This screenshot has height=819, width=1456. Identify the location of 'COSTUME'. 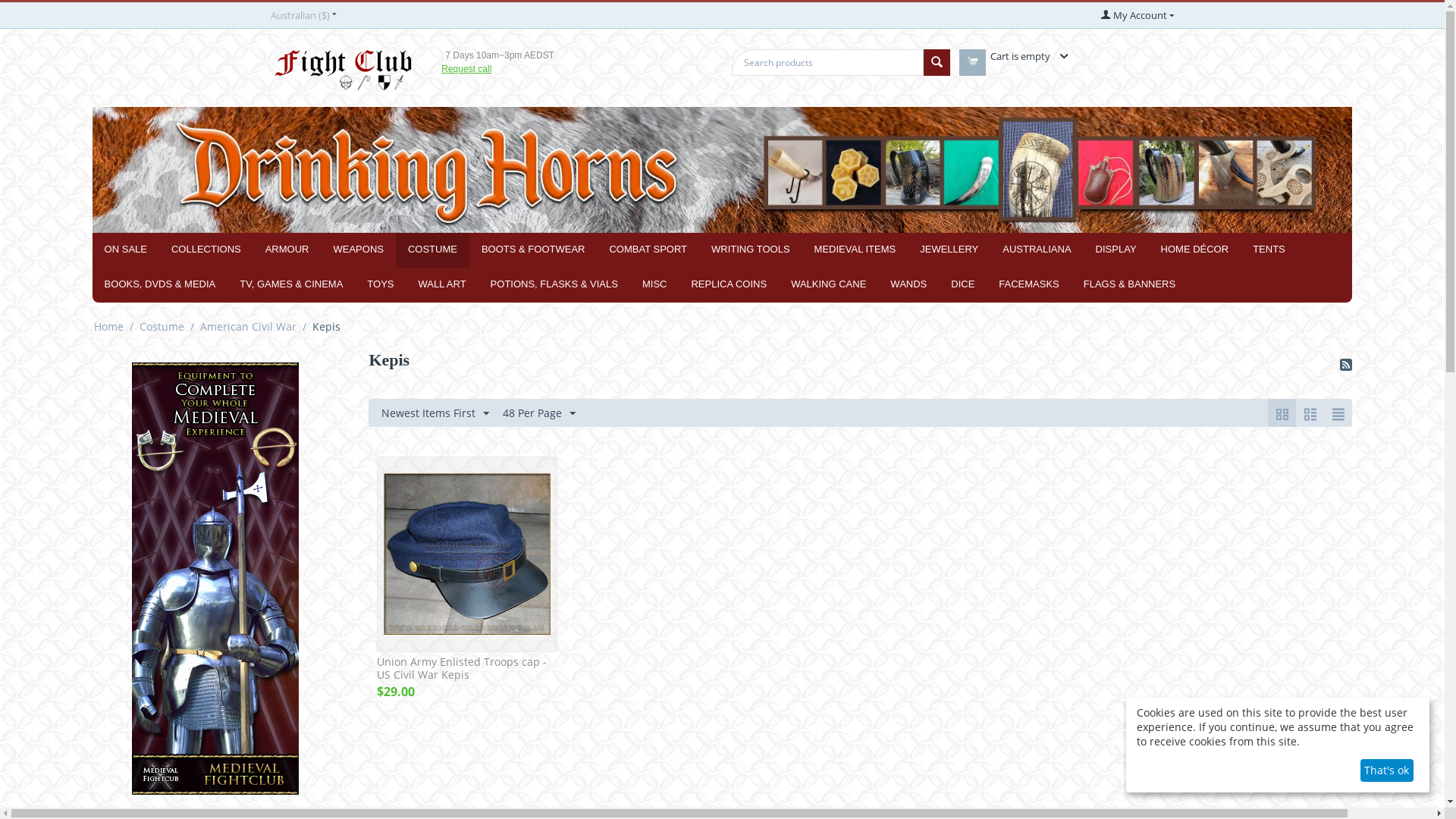
(396, 249).